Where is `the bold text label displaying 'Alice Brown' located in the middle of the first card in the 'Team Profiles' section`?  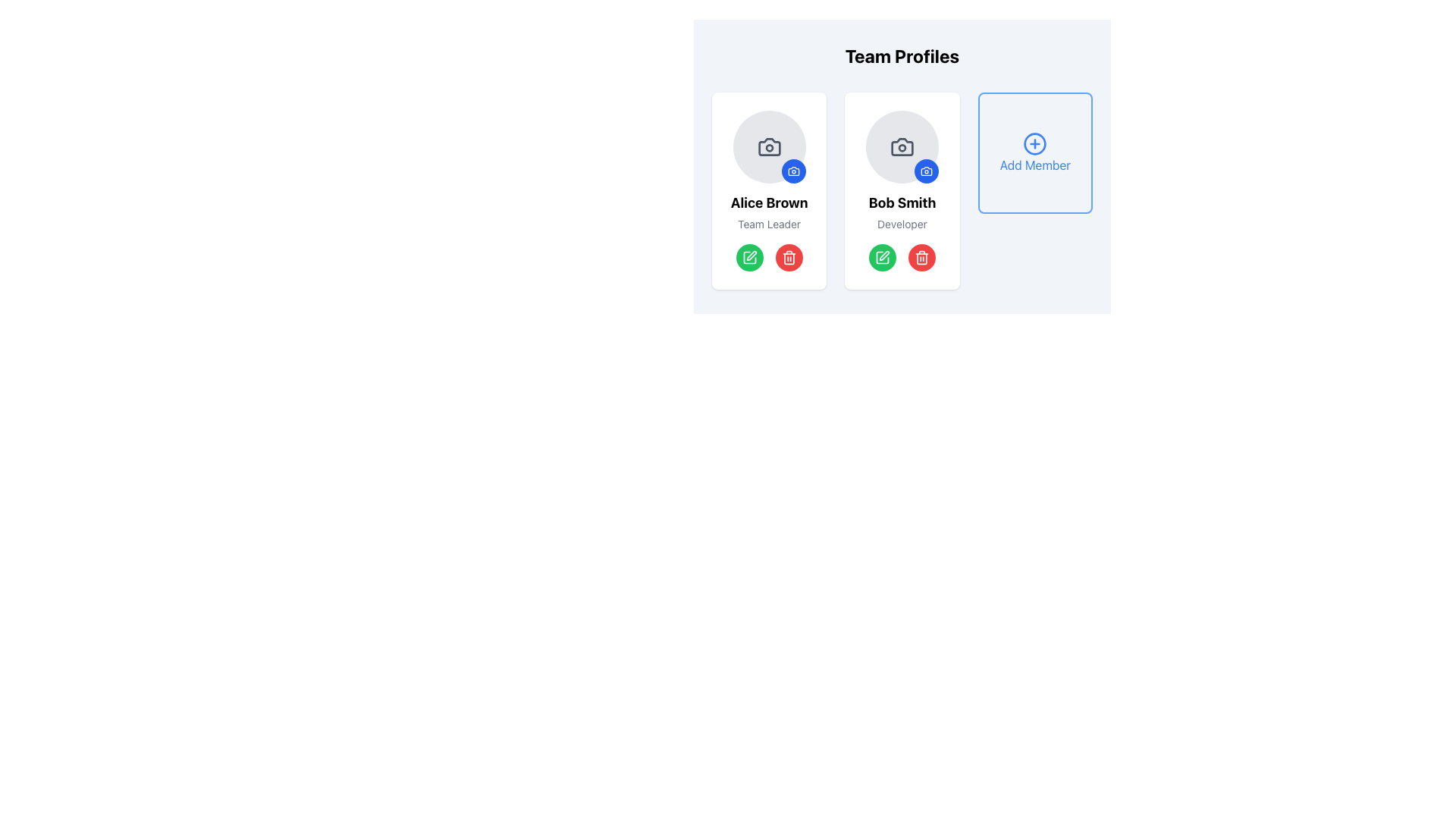 the bold text label displaying 'Alice Brown' located in the middle of the first card in the 'Team Profiles' section is located at coordinates (769, 202).